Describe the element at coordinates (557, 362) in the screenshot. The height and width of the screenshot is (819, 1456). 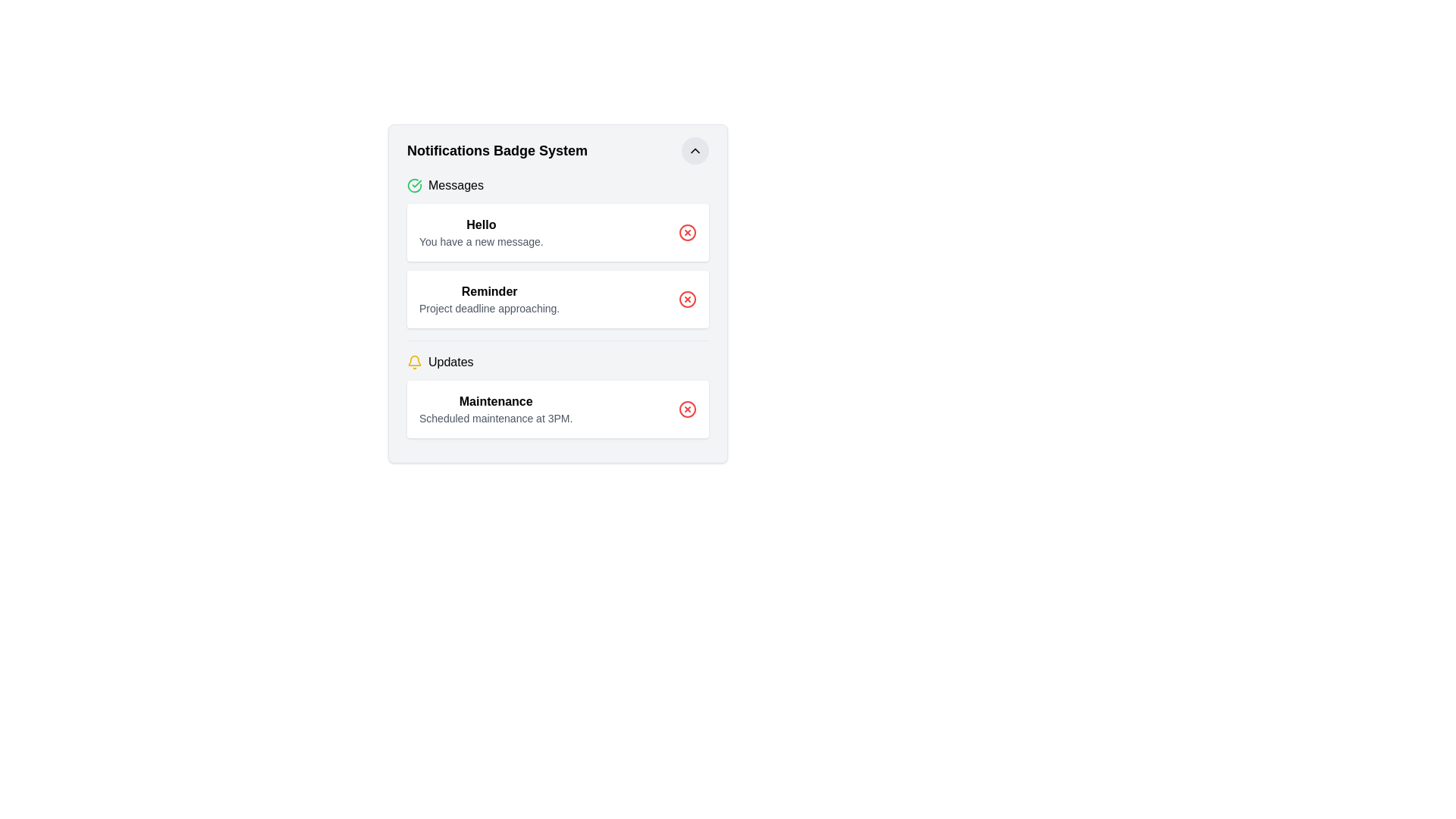
I see `the third notification item titled 'Updates' in the Notifications Badge System panel, which is located directly below the 'Reminder' notification and above the 'Maintenance' notification` at that location.